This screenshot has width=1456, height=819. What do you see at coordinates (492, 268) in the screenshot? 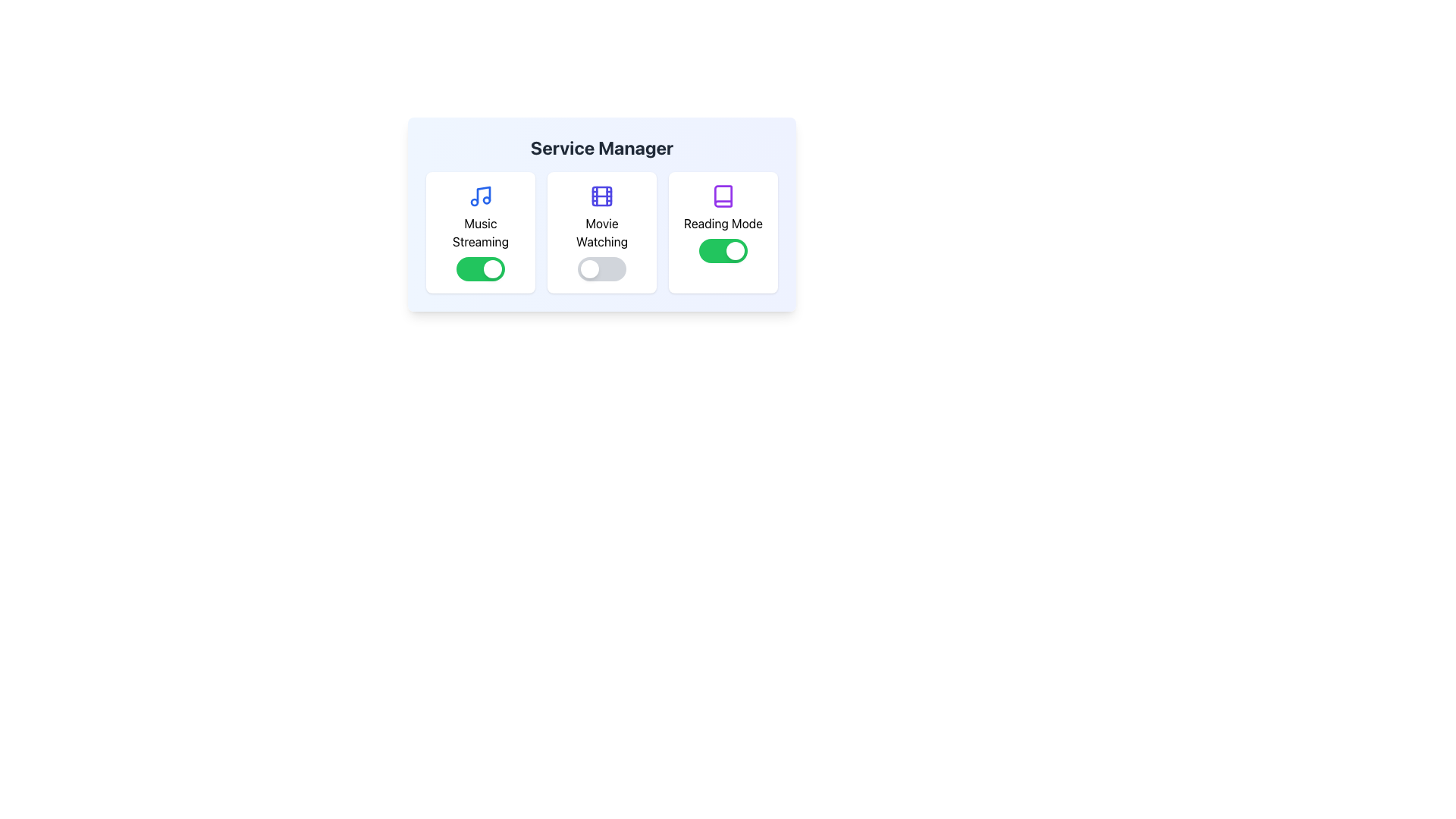
I see `the small white circular toggle knob on the right-hand side of the green rectangular switch, indicating the 'on' position under the 'Music Streaming' label` at bounding box center [492, 268].